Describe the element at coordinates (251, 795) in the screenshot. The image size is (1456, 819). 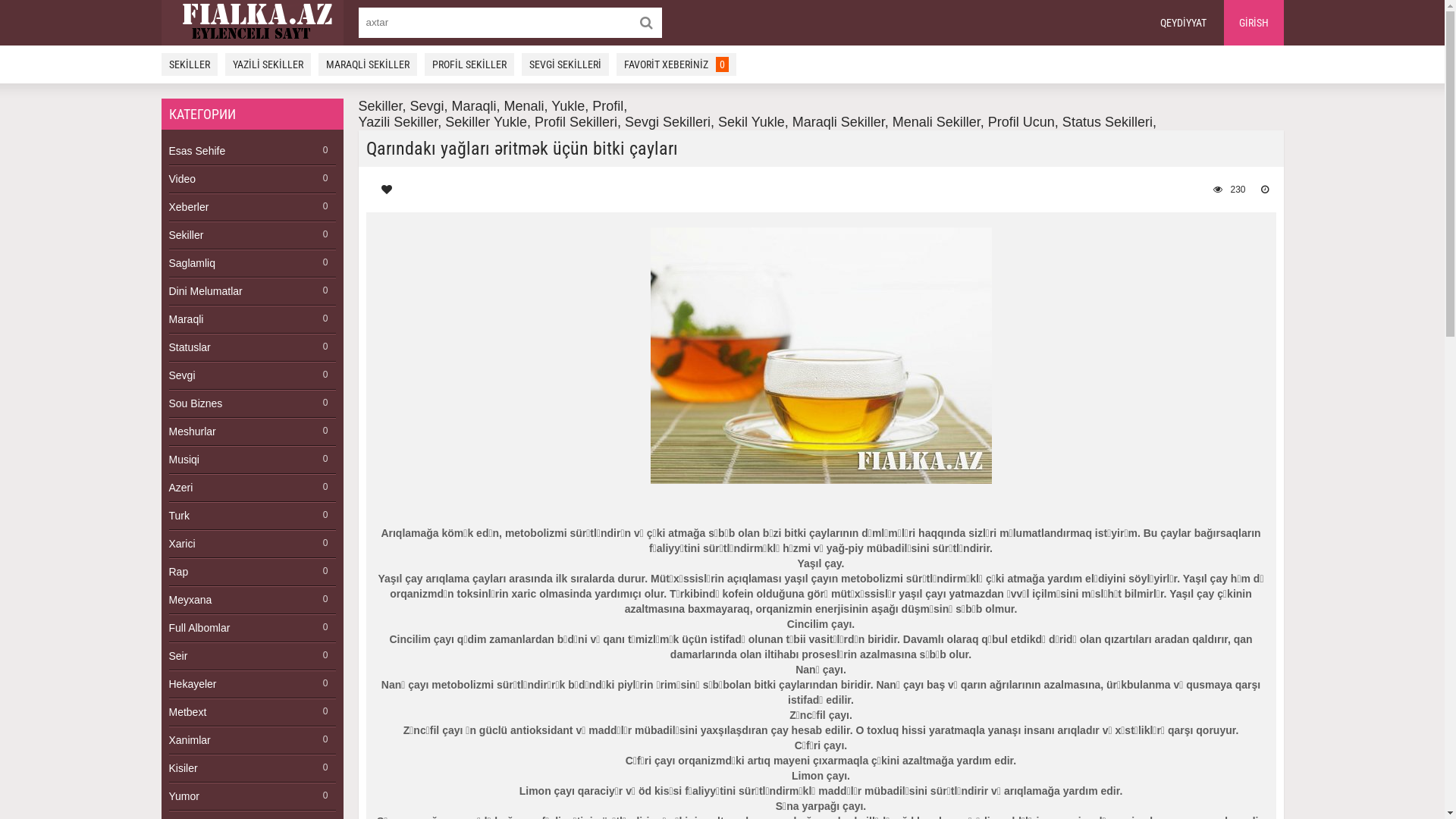
I see `'Yumor'` at that location.